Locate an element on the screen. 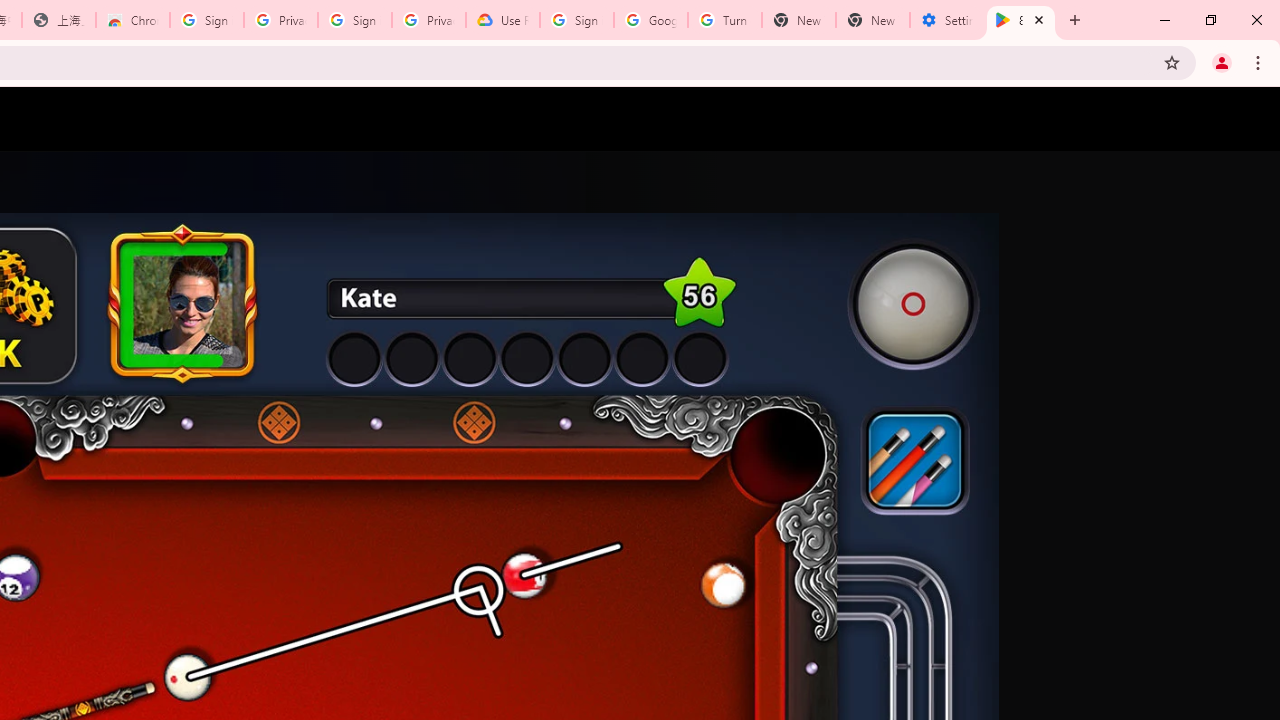 The image size is (1280, 720). '8 Ball Pool - Apps on Google Play' is located at coordinates (1021, 20).